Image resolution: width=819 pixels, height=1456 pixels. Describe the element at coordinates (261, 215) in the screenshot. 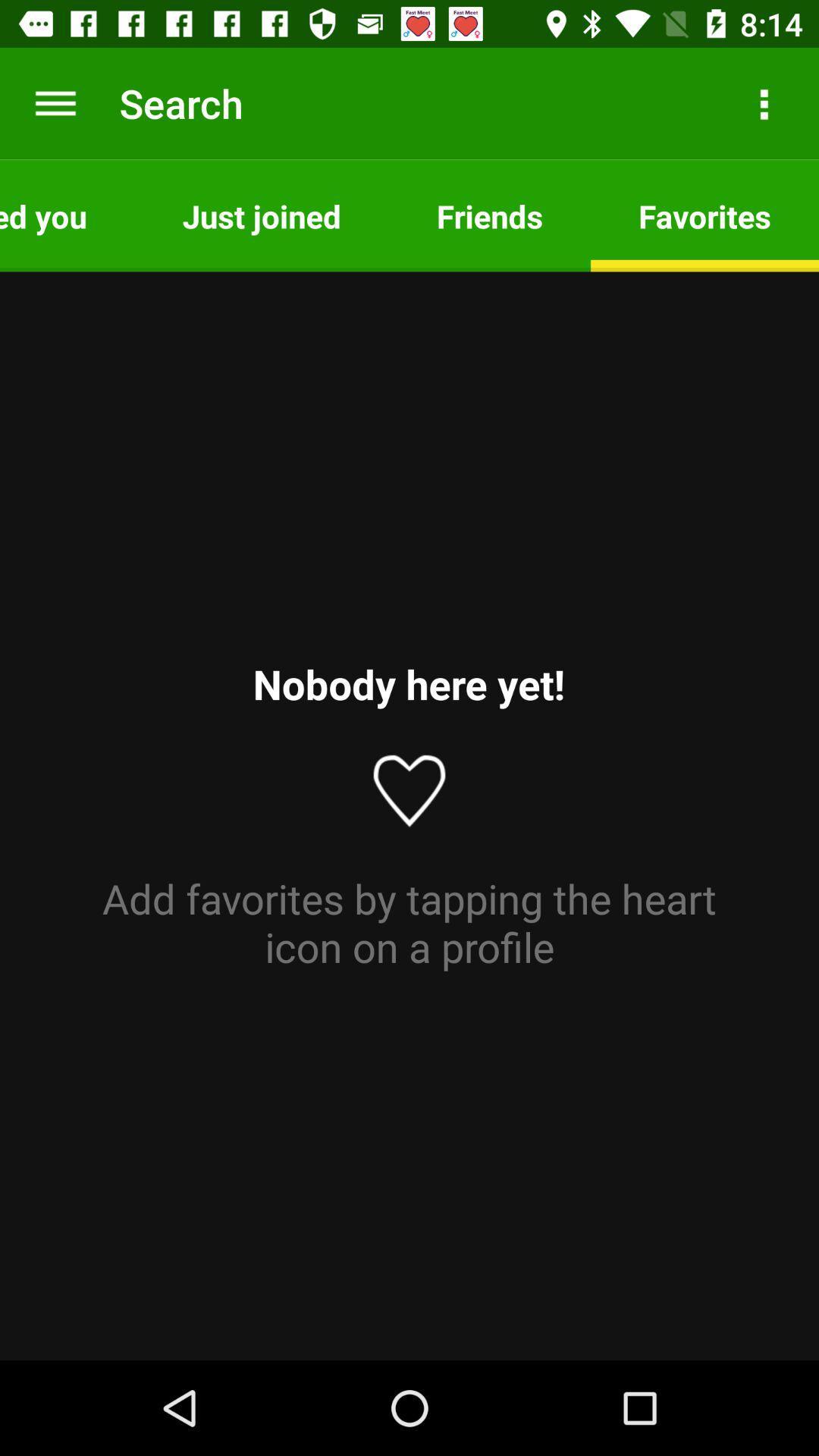

I see `the icon next to liked you app` at that location.